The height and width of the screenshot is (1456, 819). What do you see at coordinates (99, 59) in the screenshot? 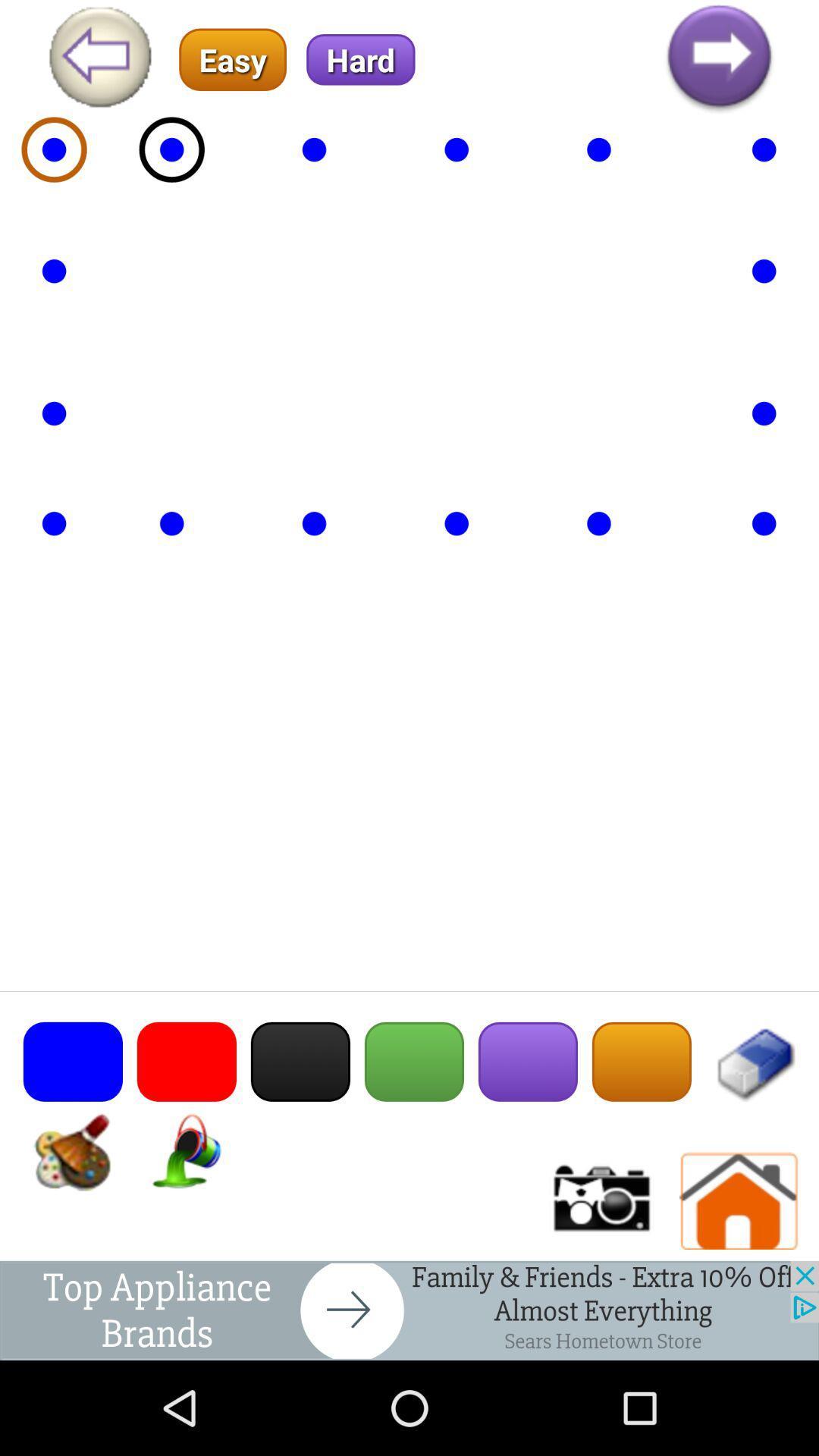
I see `go back` at bounding box center [99, 59].